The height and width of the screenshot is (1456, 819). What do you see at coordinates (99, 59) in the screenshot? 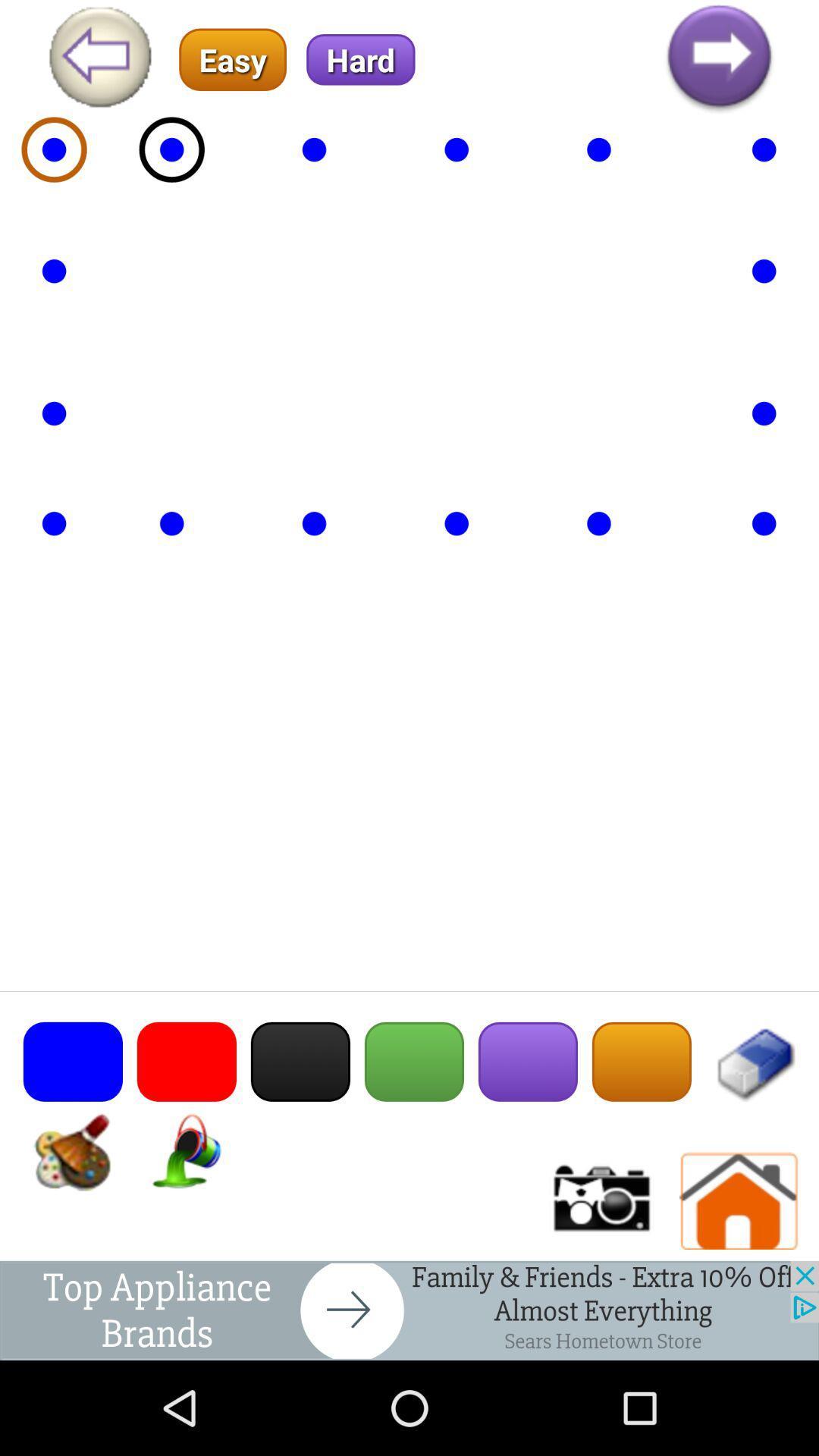
I see `go back` at bounding box center [99, 59].